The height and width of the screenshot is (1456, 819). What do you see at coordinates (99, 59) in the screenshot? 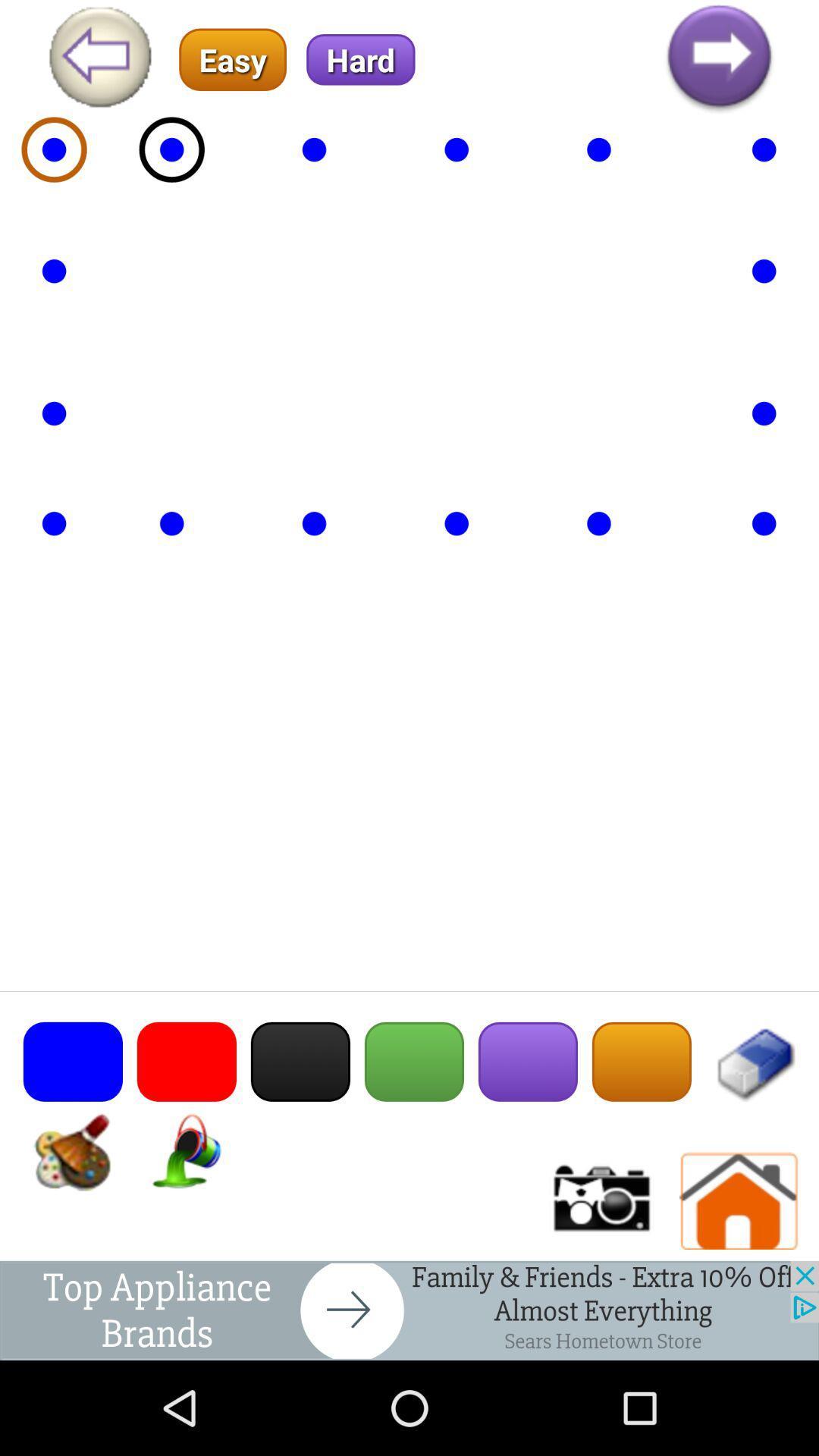
I see `go back` at bounding box center [99, 59].